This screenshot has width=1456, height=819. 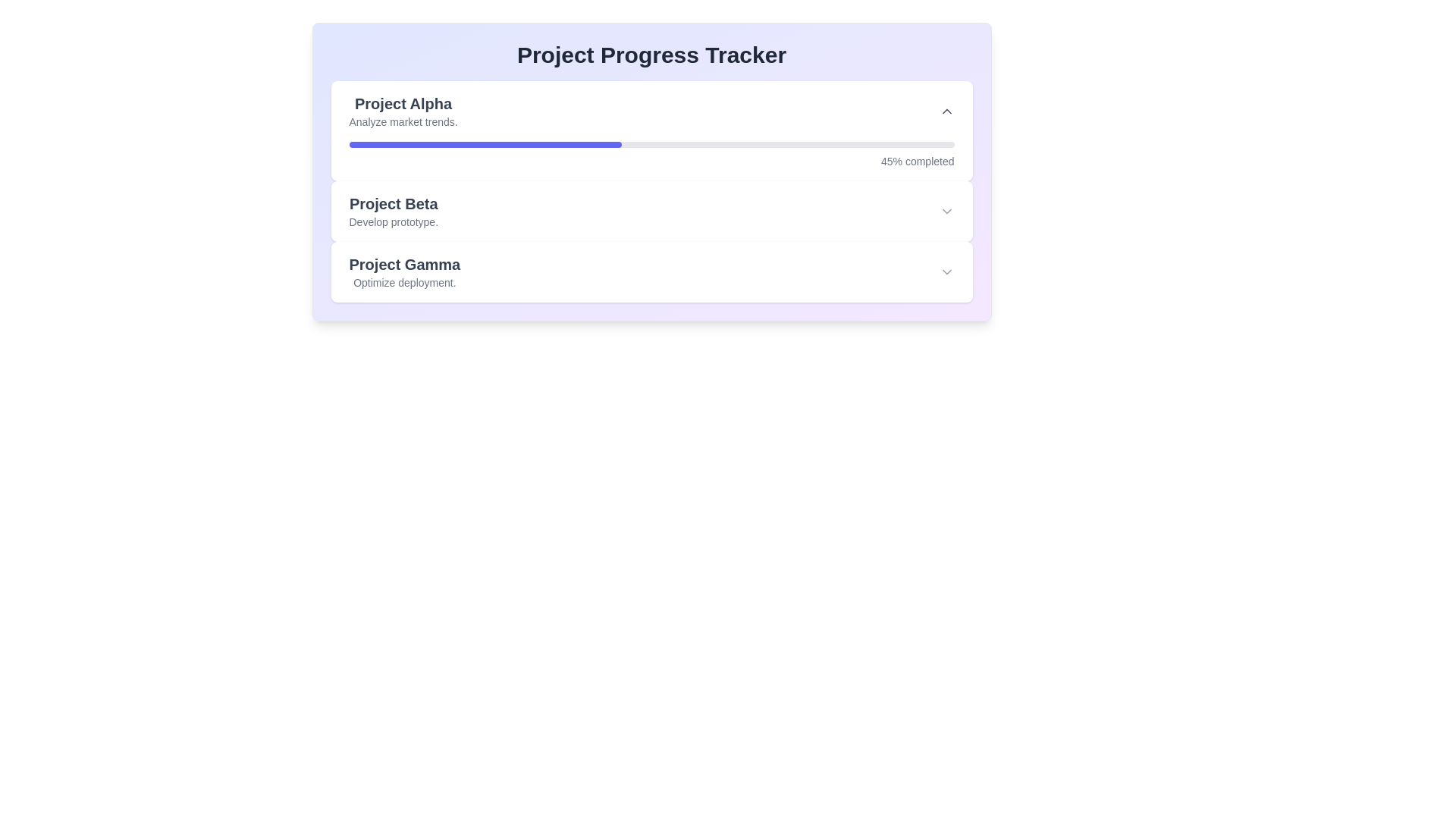 What do you see at coordinates (651, 271) in the screenshot?
I see `the third expandable project card for 'Project Gamma' in the progress tracker` at bounding box center [651, 271].